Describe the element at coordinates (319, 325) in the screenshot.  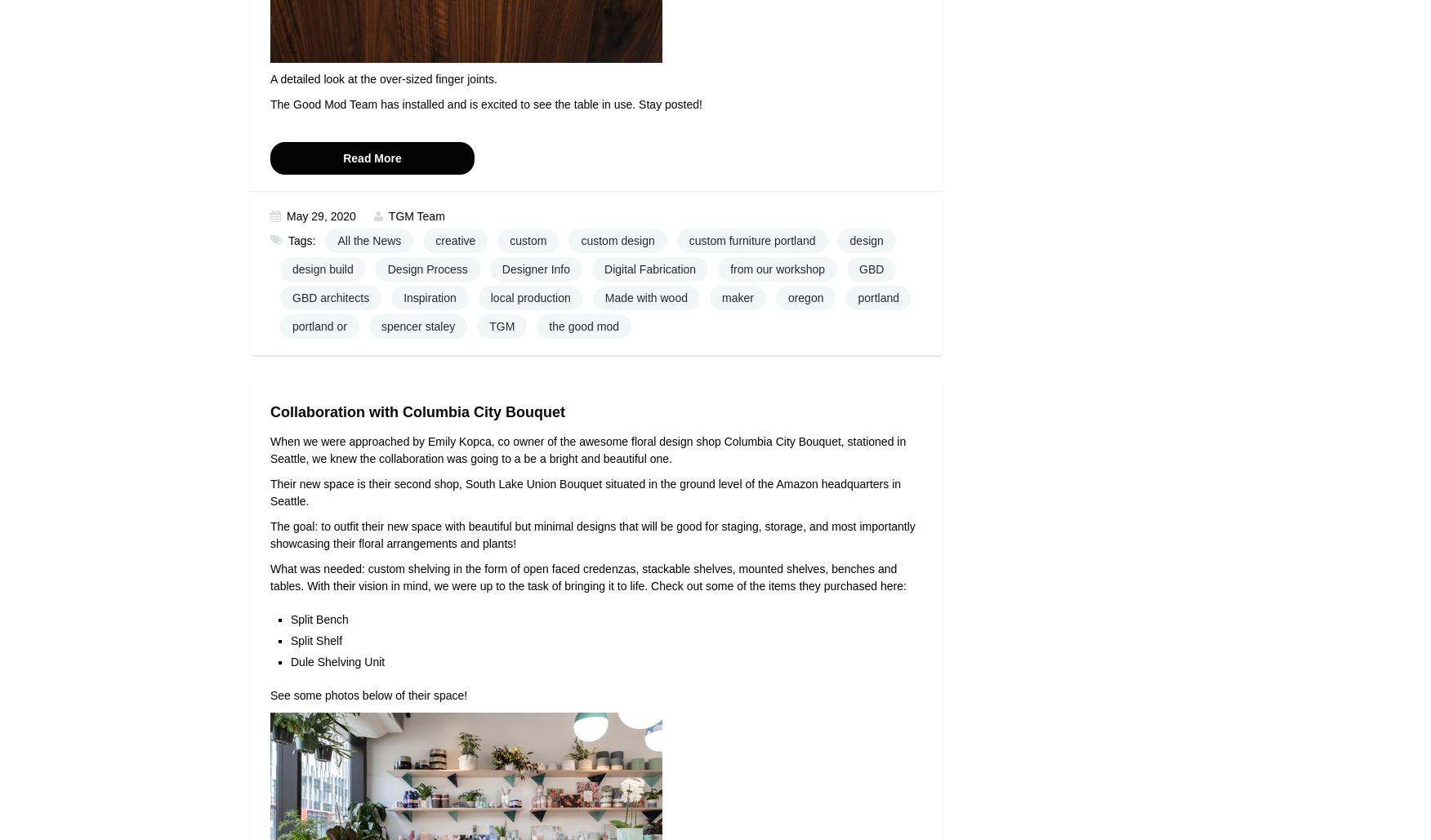
I see `'portland or'` at that location.